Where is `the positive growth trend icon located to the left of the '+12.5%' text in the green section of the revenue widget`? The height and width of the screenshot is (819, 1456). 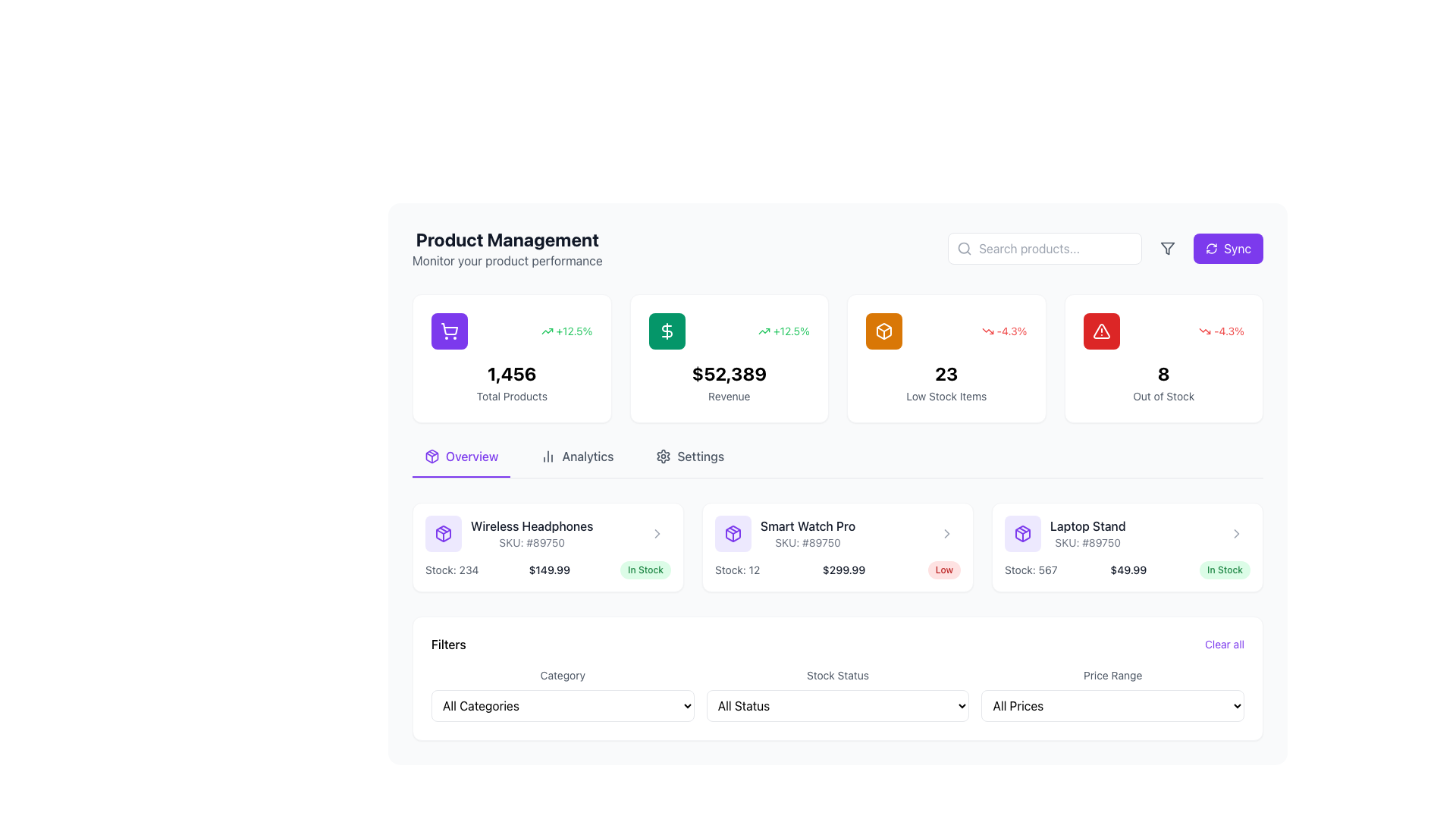 the positive growth trend icon located to the left of the '+12.5%' text in the green section of the revenue widget is located at coordinates (546, 330).